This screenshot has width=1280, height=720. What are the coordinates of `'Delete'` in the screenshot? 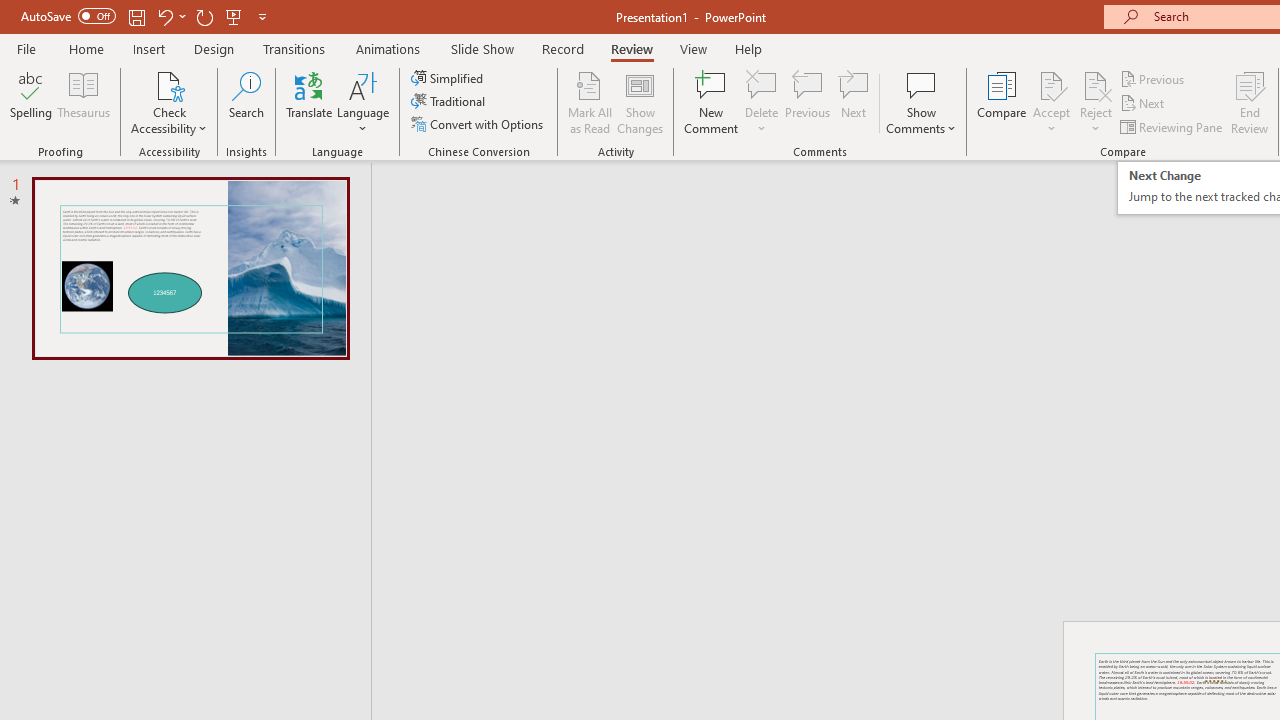 It's located at (761, 84).